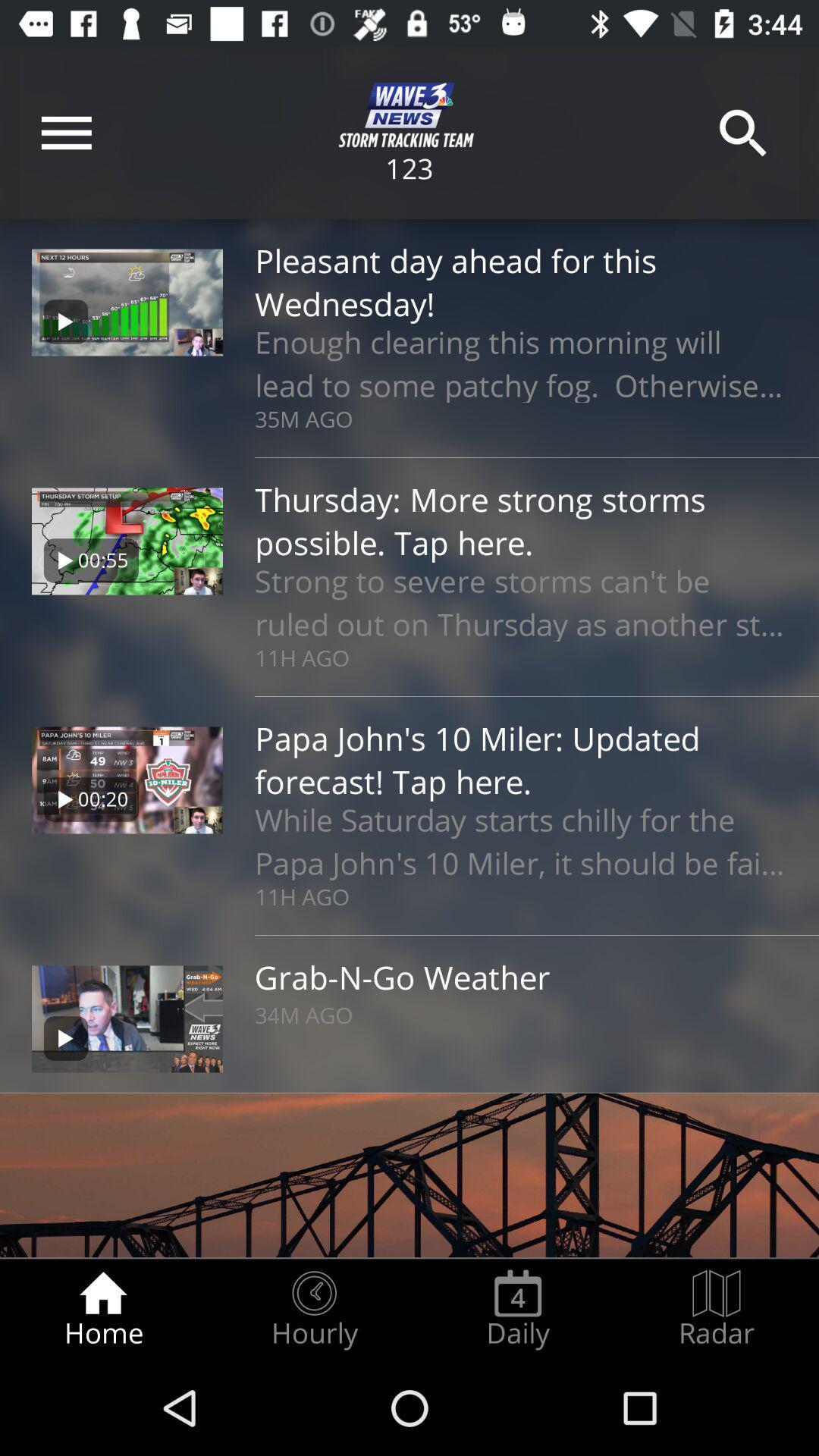 This screenshot has height=1456, width=819. Describe the element at coordinates (102, 1309) in the screenshot. I see `the home radio button` at that location.